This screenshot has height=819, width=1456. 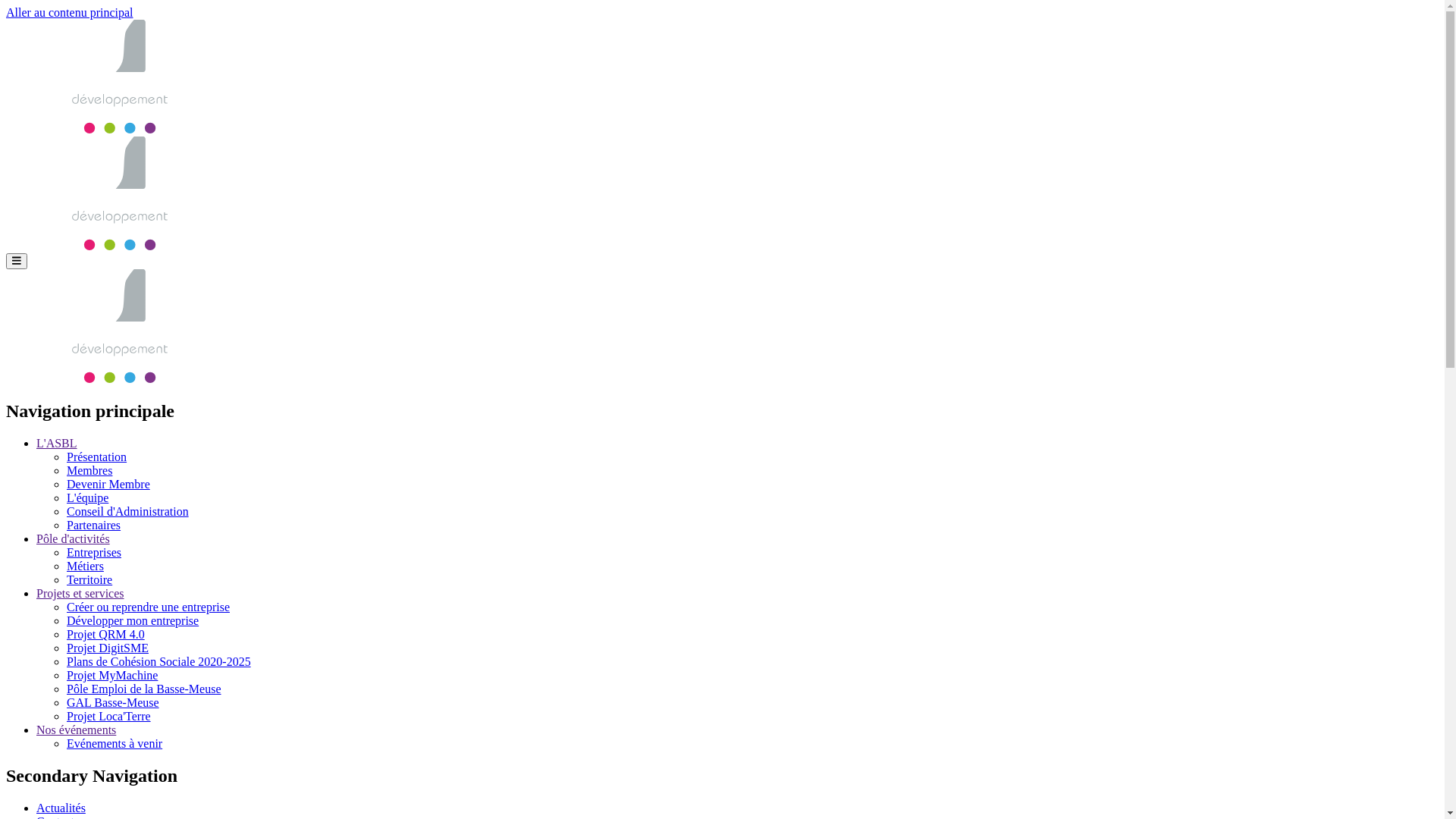 I want to click on 'Projet DigitSME', so click(x=107, y=648).